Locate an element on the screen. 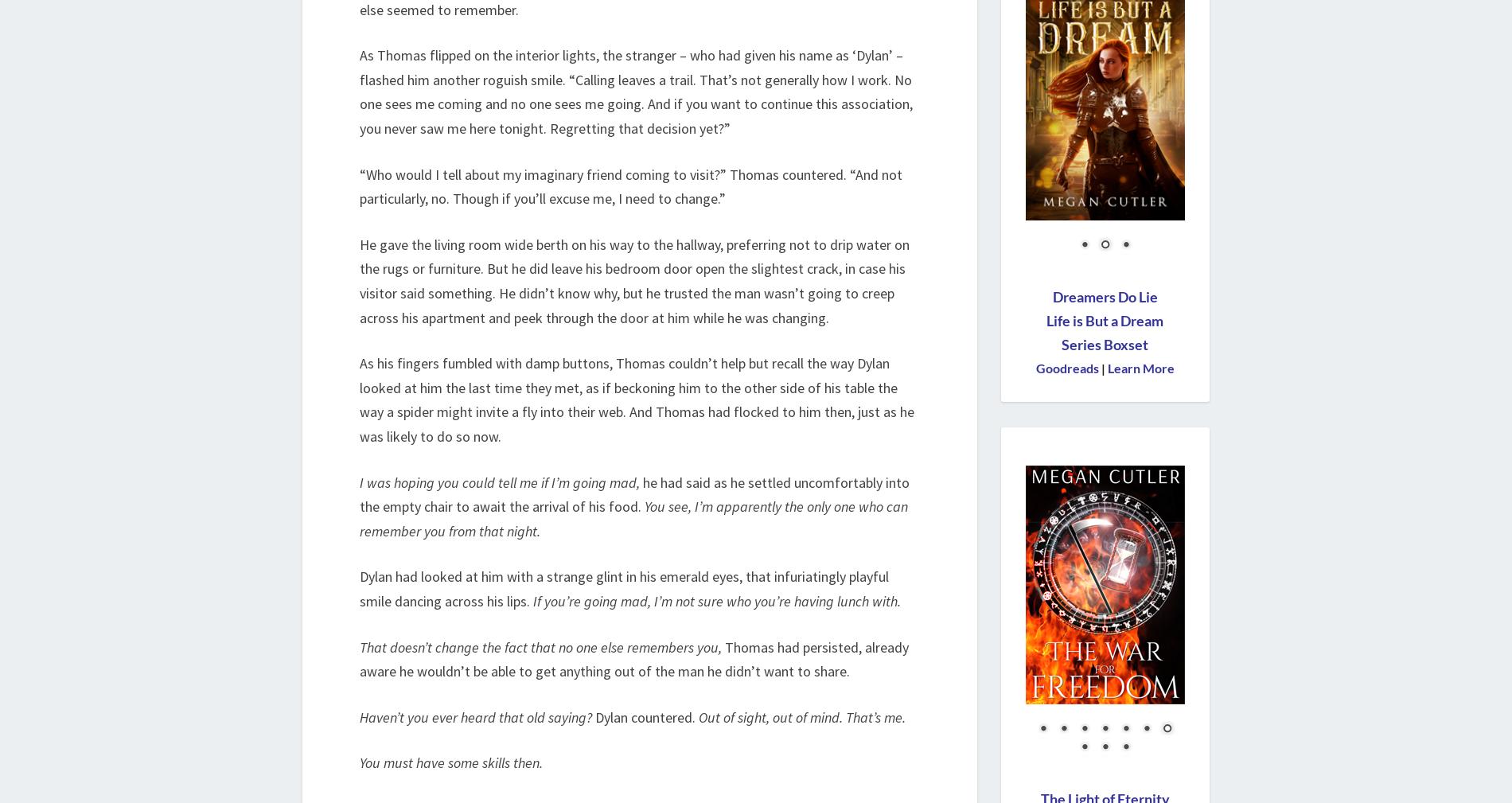  'He gave the living room wide berth on his way to the hallway, preferring not to drip water on the rugs or furniture. But he did leave his bedroom door open the slightest crack, in case his visitor said something. He didn’t know why, but he trusted the man wasn’t going to creep across his apartment and peek through the door at him while he was changing.' is located at coordinates (633, 279).